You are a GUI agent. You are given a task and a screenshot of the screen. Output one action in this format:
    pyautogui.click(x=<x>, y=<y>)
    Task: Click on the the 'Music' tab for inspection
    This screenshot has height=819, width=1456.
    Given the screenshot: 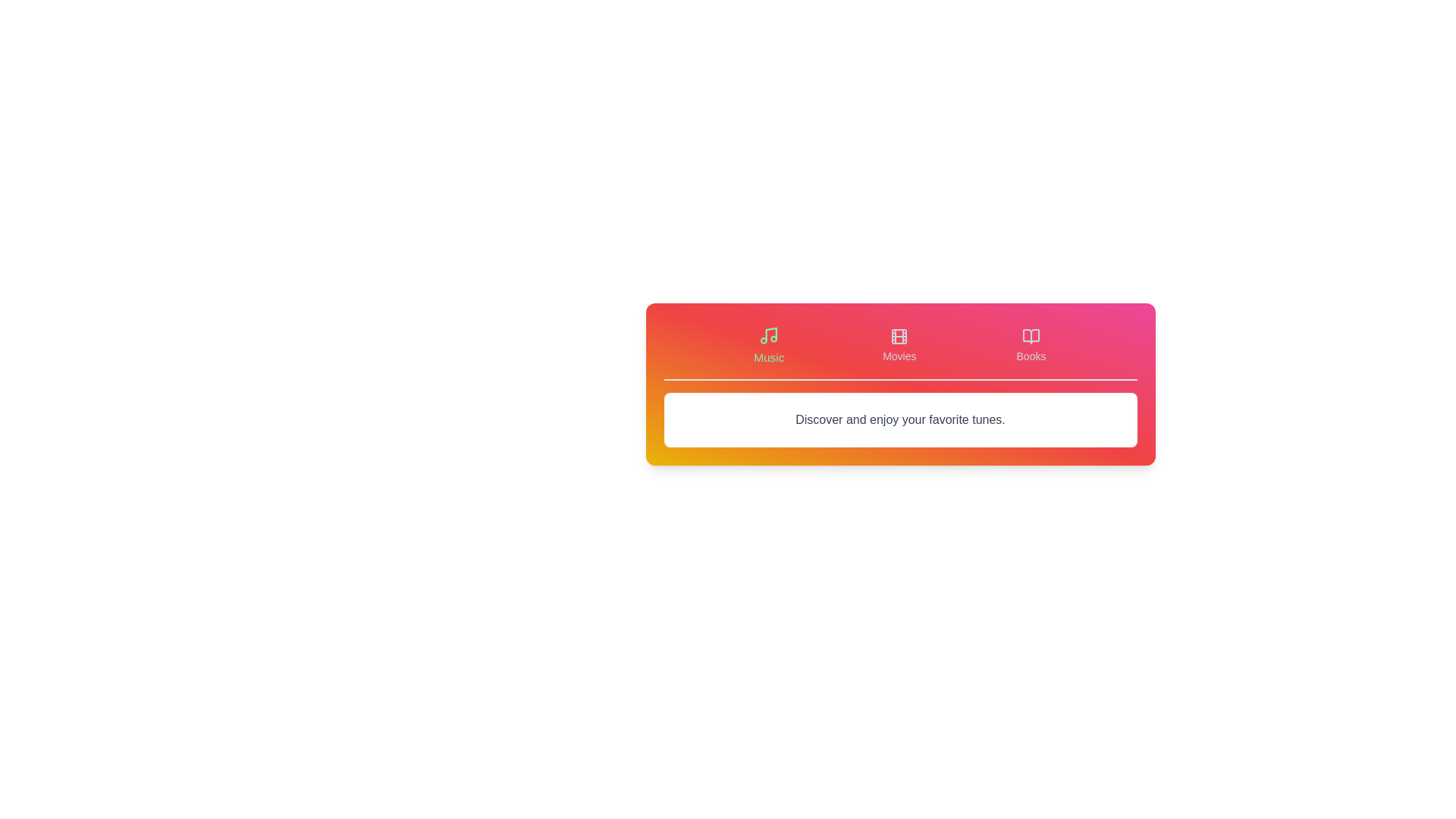 What is the action you would take?
    pyautogui.click(x=767, y=345)
    